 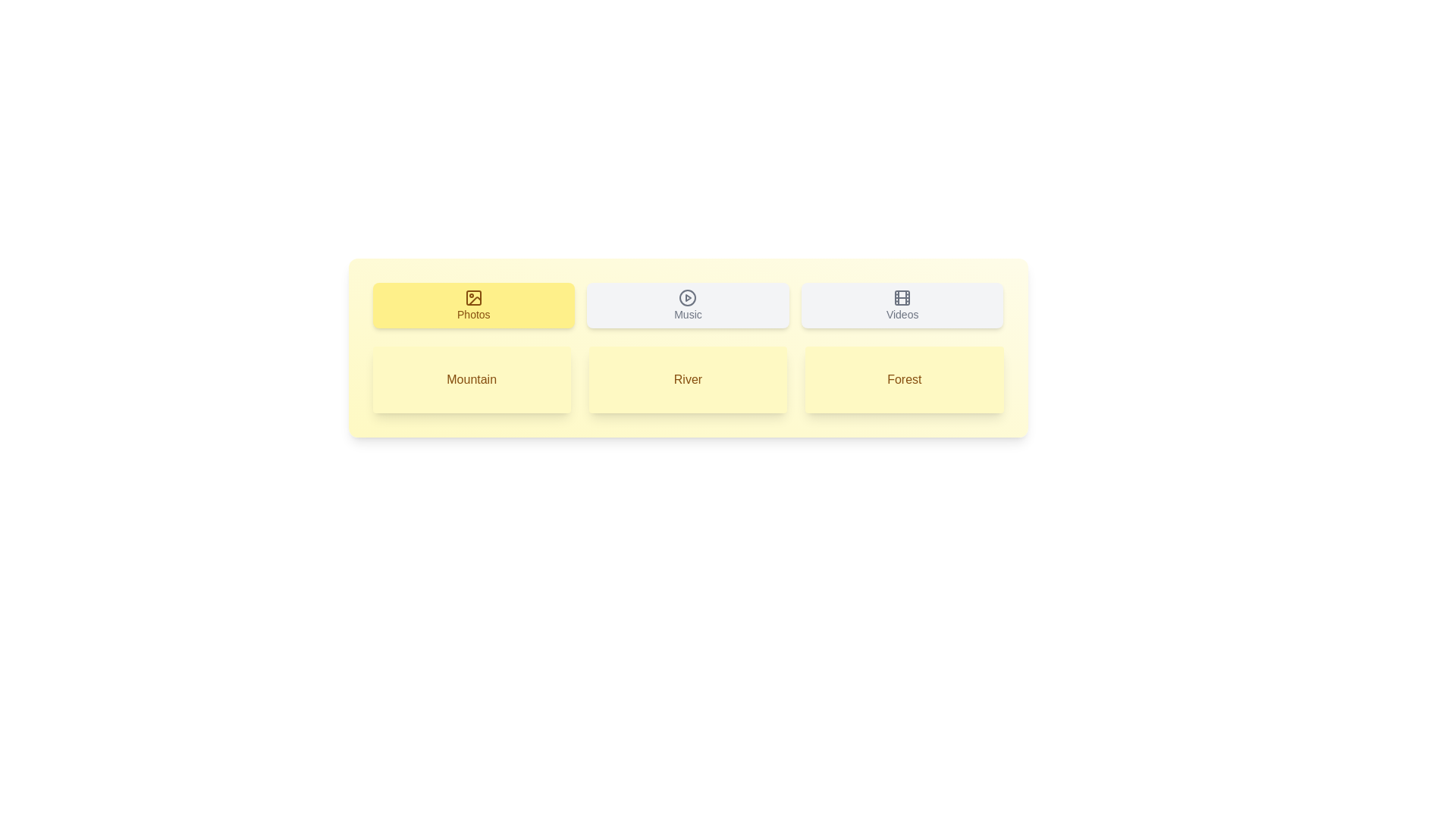 I want to click on the tab or list item labeled Mountain, so click(x=471, y=379).